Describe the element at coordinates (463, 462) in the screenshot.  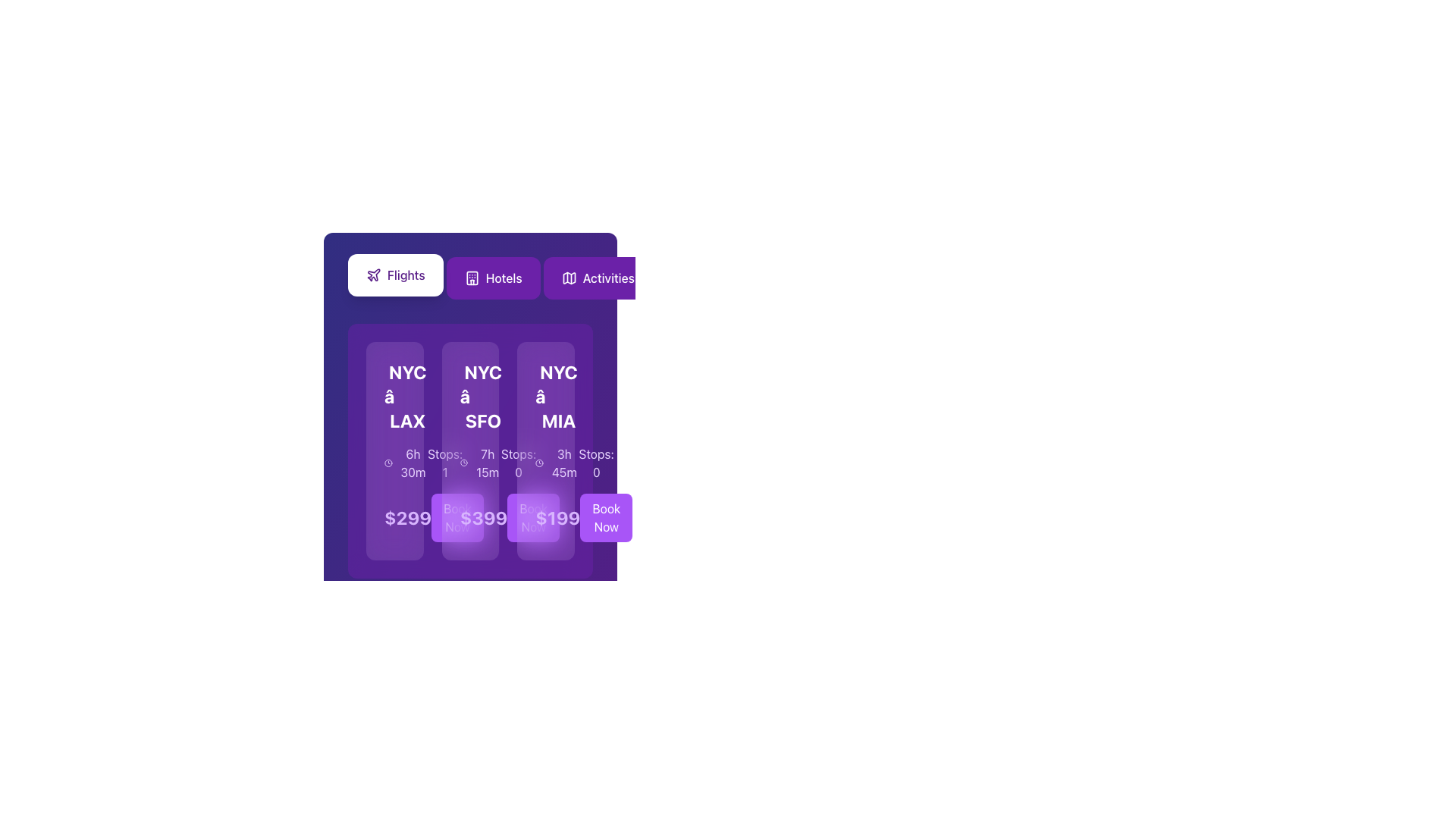
I see `the circular purple clock icon located in the second column of the flight options display, positioned above the 'Stops:' label for the NYC to SFO route` at that location.